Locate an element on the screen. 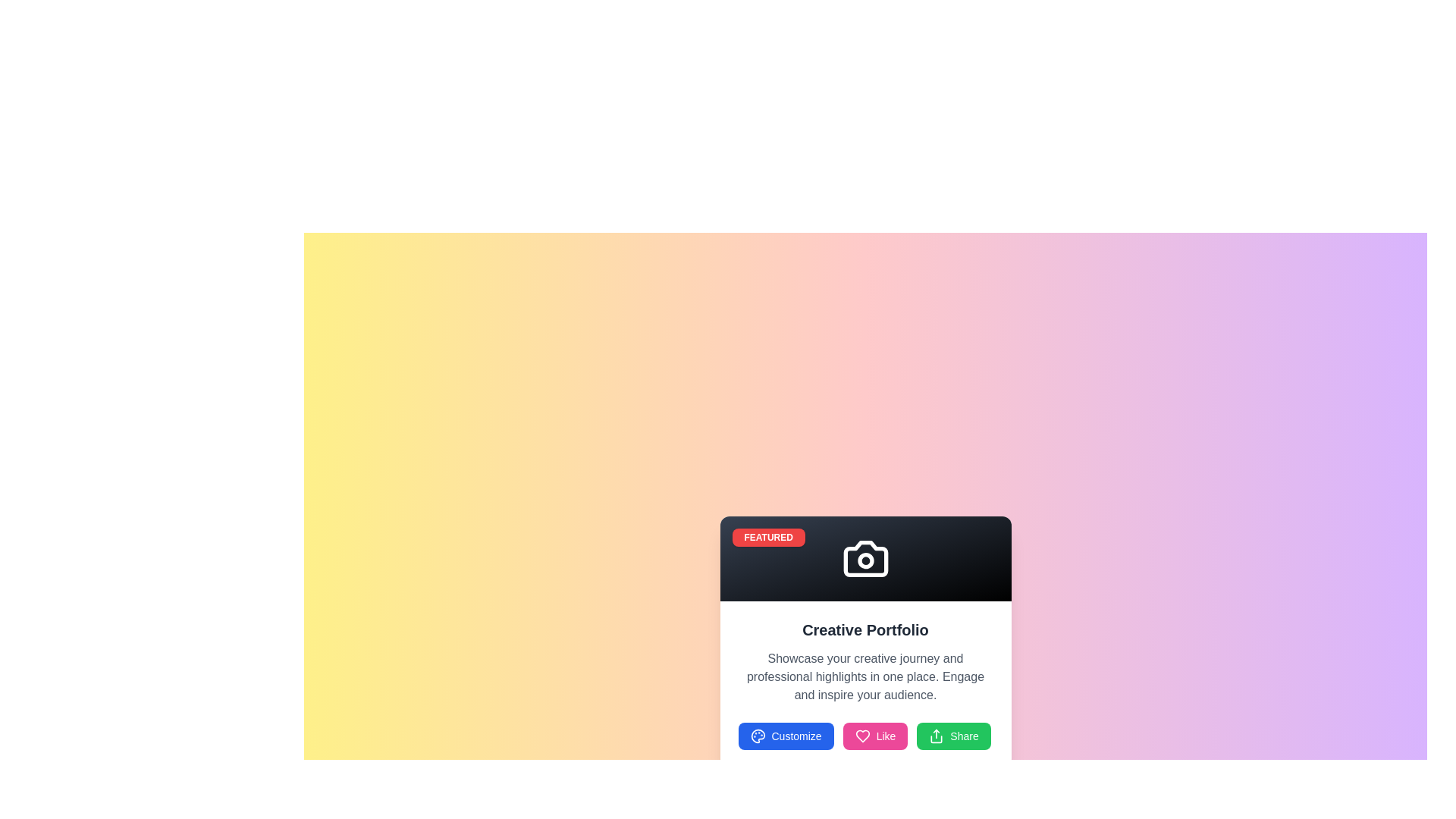 This screenshot has width=1456, height=819. the sharing icon located to the left of the text in the 'Share' button at the bottom right corner of the card-like component is located at coordinates (936, 736).